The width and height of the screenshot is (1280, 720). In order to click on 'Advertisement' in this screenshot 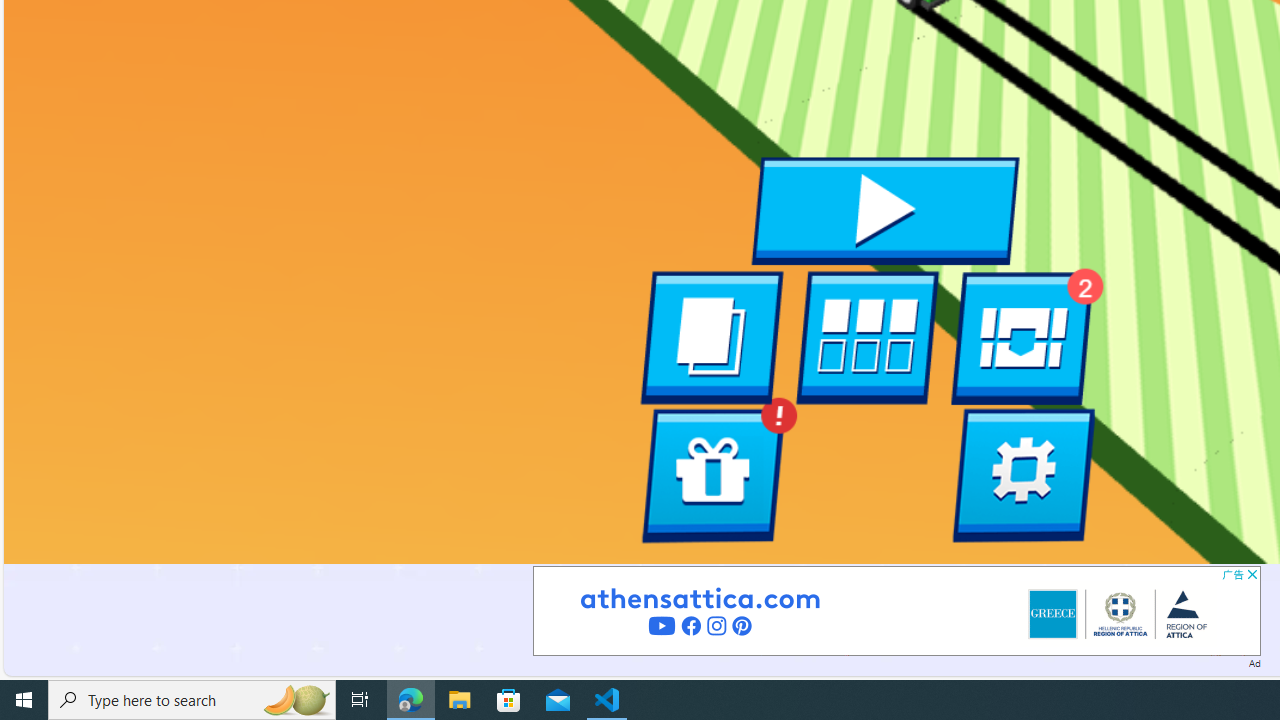, I will do `click(895, 609)`.